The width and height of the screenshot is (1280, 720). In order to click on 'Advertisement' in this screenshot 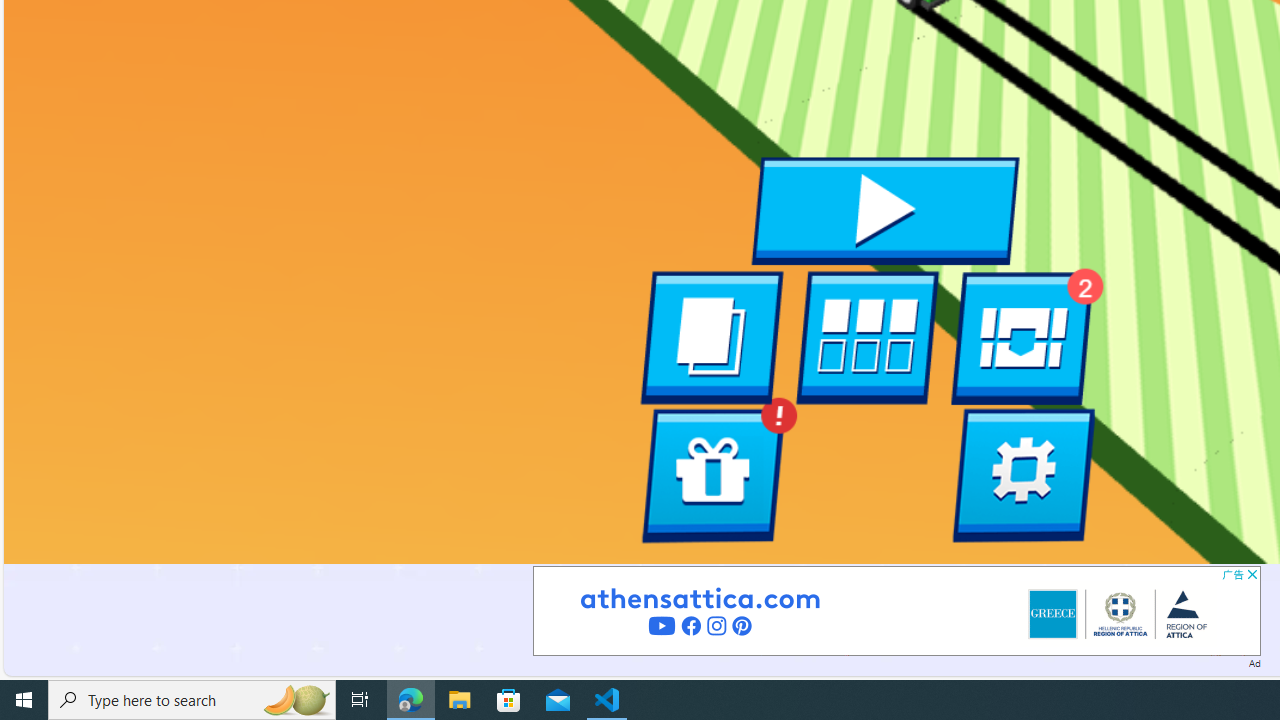, I will do `click(895, 609)`.